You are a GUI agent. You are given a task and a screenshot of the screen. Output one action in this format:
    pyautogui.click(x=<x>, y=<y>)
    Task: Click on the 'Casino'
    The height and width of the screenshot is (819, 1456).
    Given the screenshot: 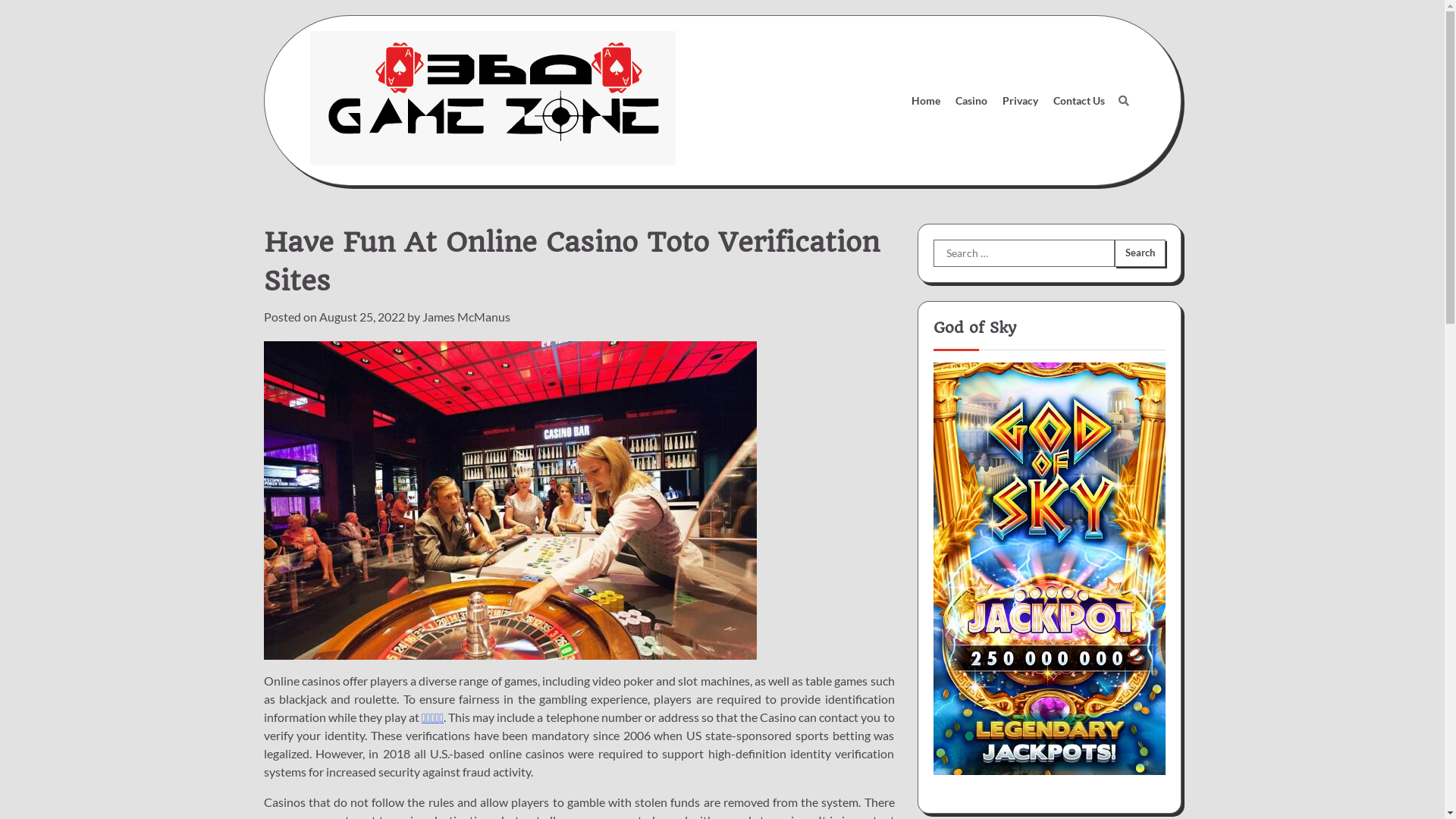 What is the action you would take?
    pyautogui.click(x=971, y=100)
    